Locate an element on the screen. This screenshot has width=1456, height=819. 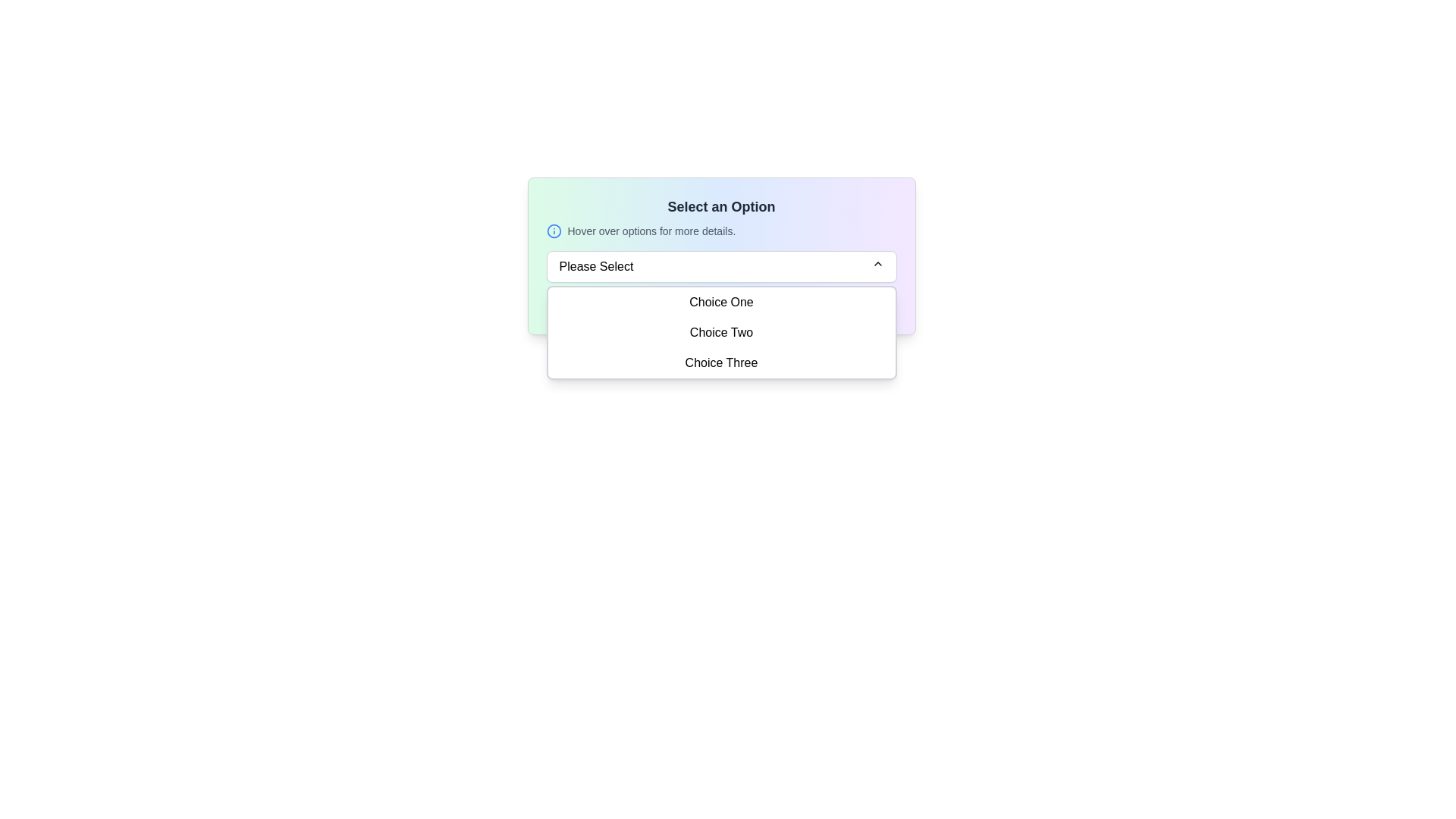
the dropdown menu labeled 'Please Select' in the UI card that features a gradient background and the title 'Select an Option' is located at coordinates (720, 256).